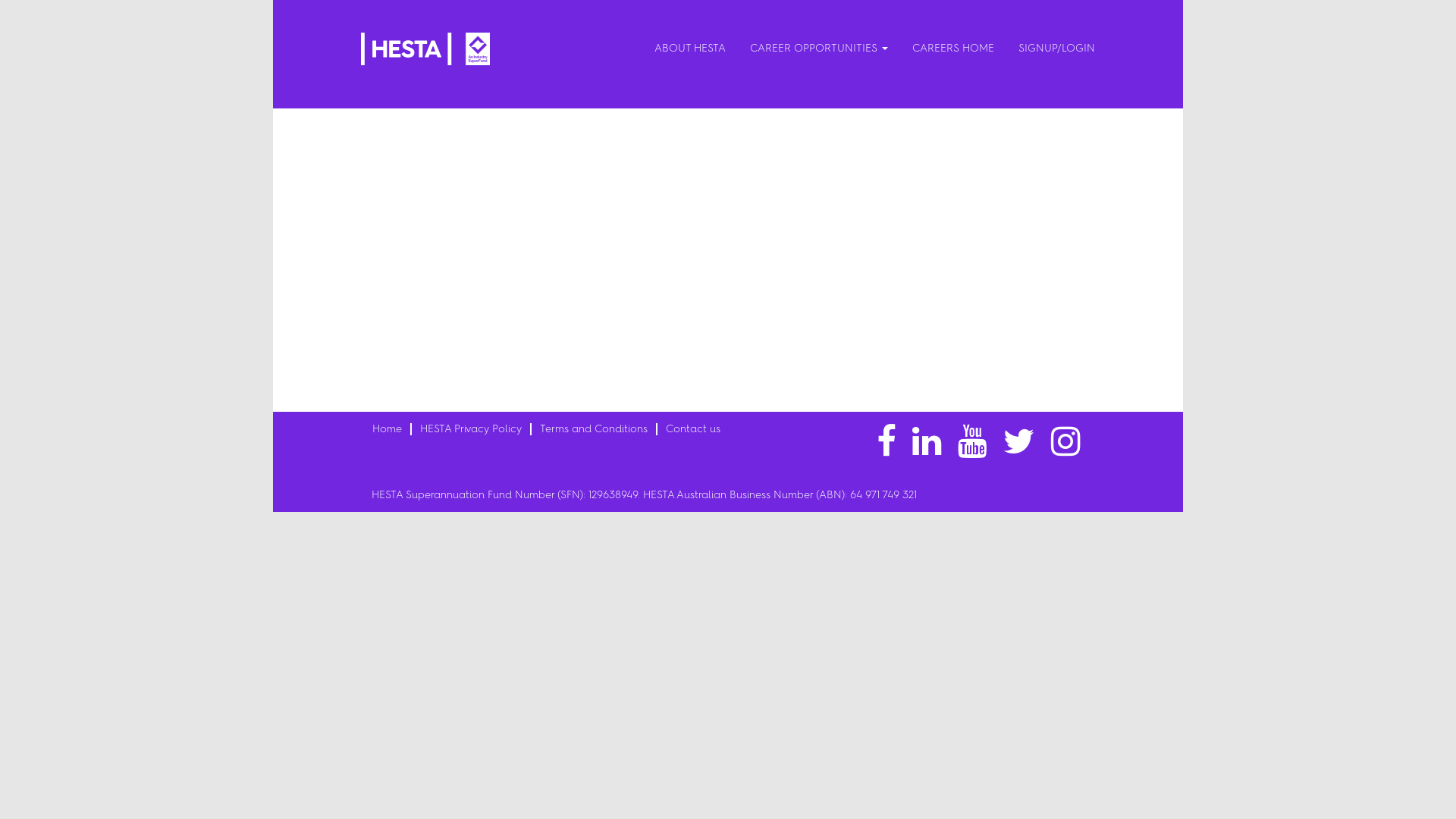 This screenshot has width=1456, height=819. I want to click on 'instagram', so click(1065, 441).